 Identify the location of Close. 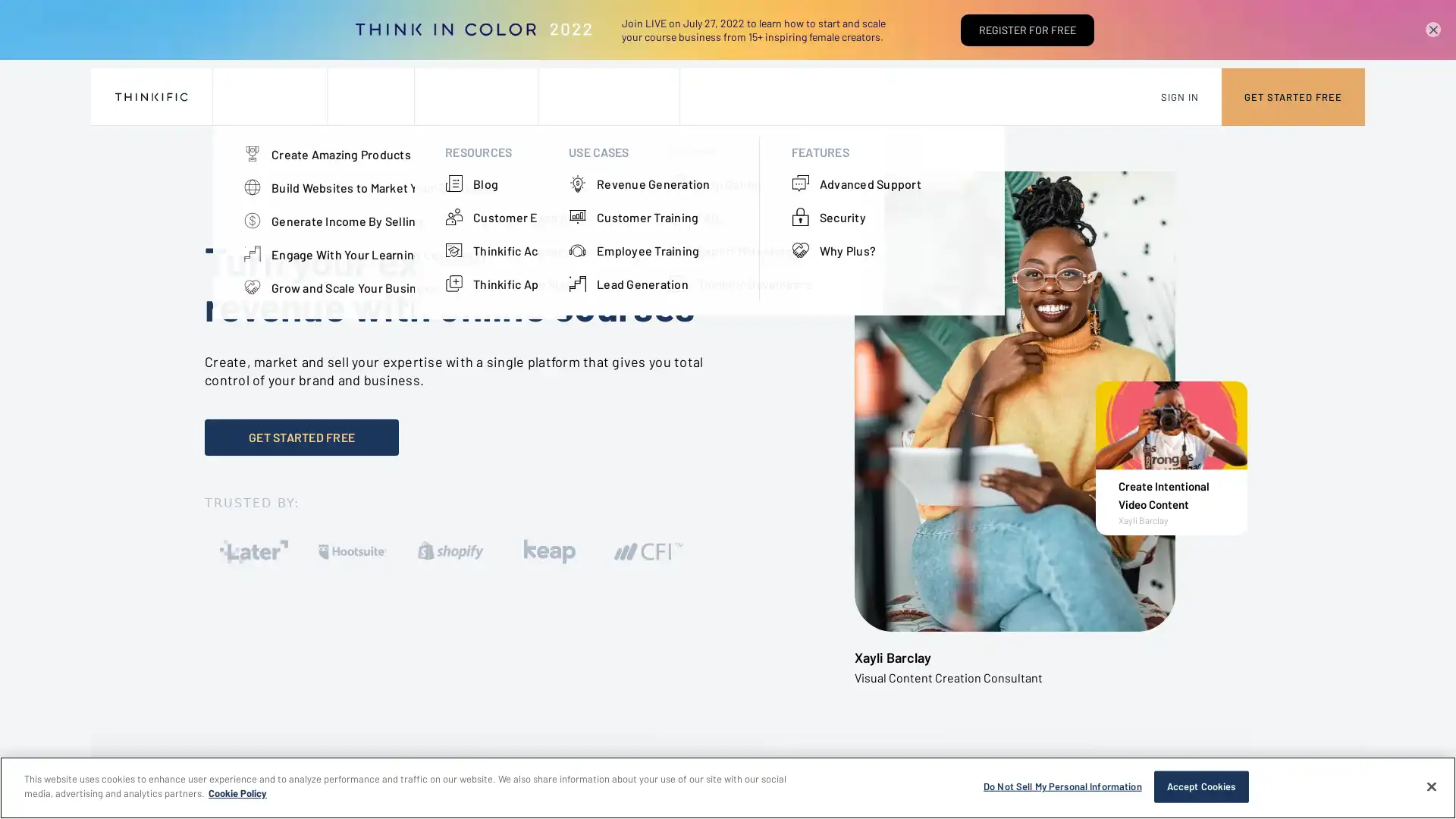
(1430, 786).